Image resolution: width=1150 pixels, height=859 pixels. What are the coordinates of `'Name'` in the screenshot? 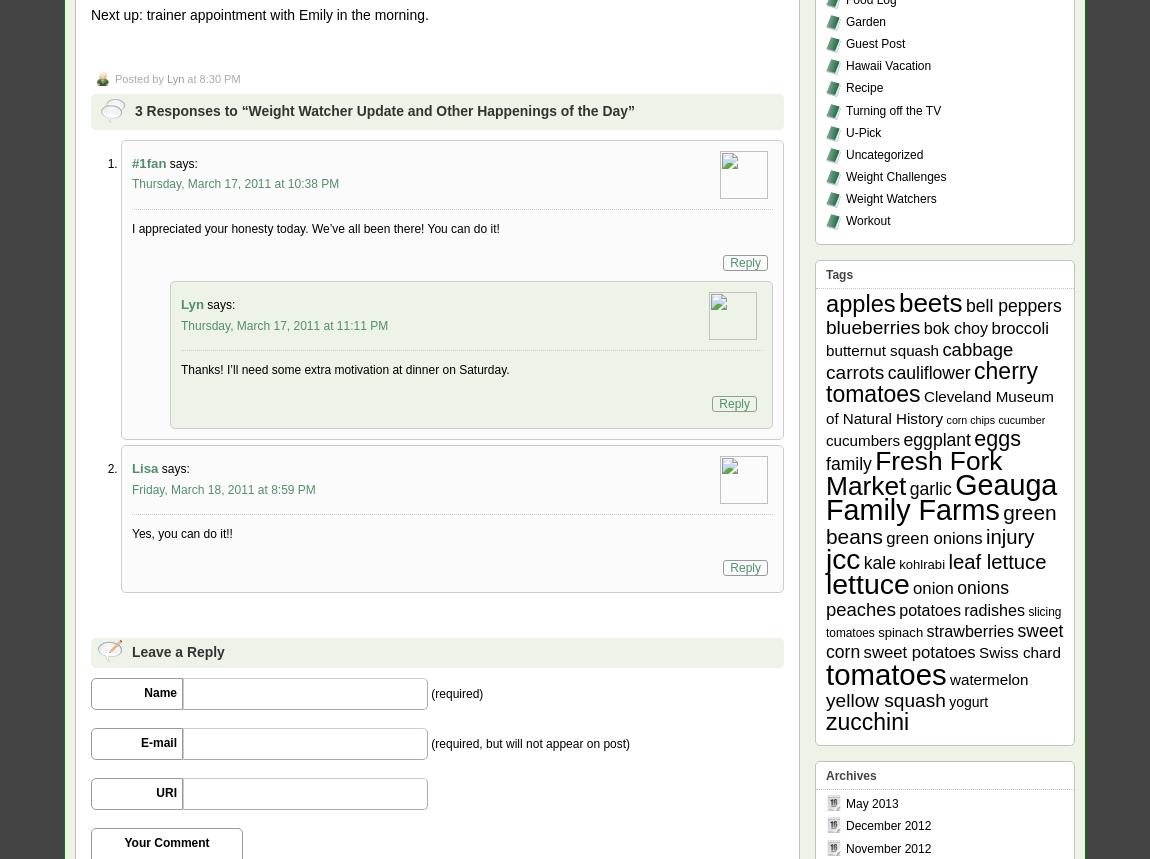 It's located at (159, 692).